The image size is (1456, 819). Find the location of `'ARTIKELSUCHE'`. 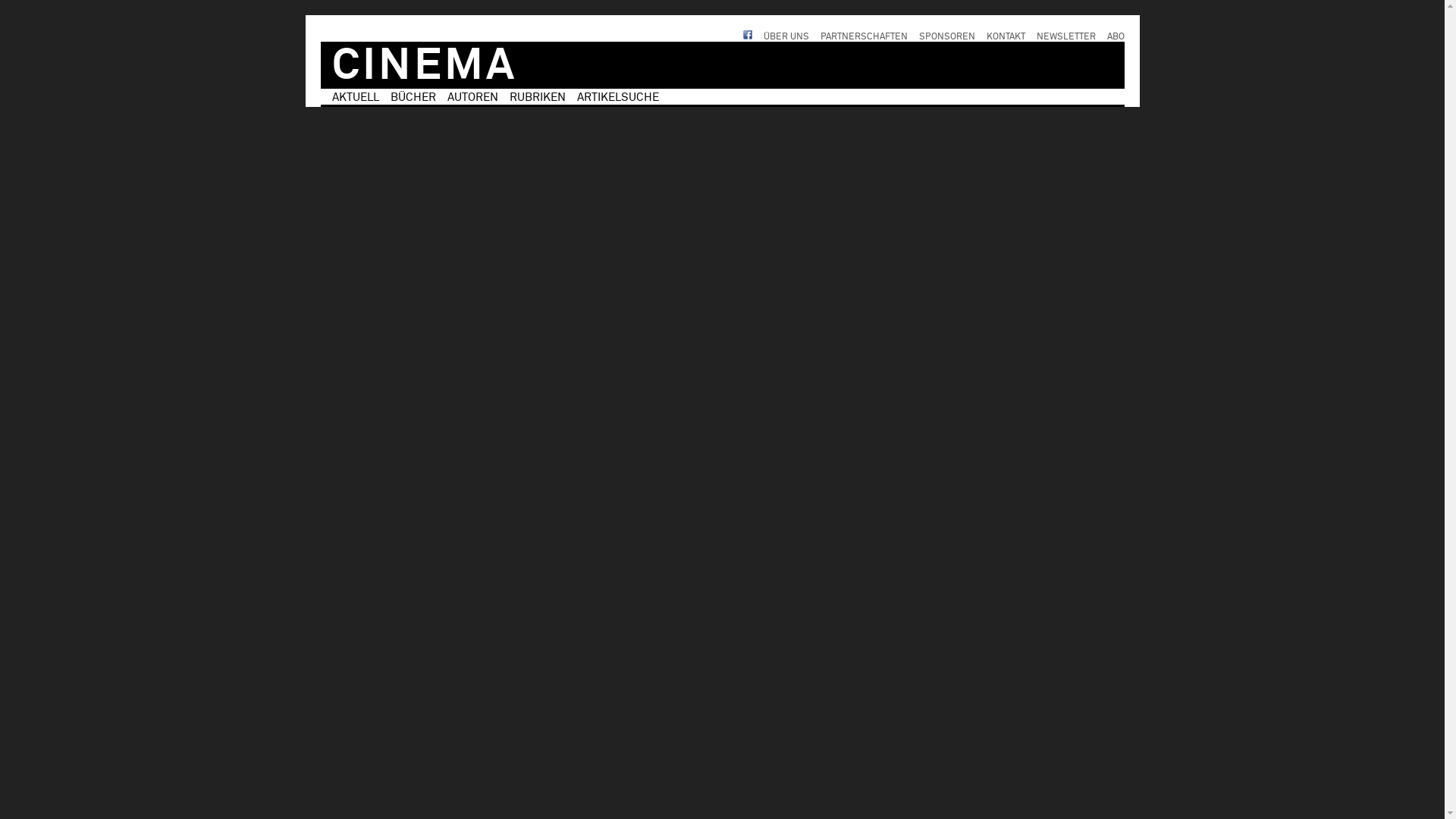

'ARTIKELSUCHE' is located at coordinates (617, 97).